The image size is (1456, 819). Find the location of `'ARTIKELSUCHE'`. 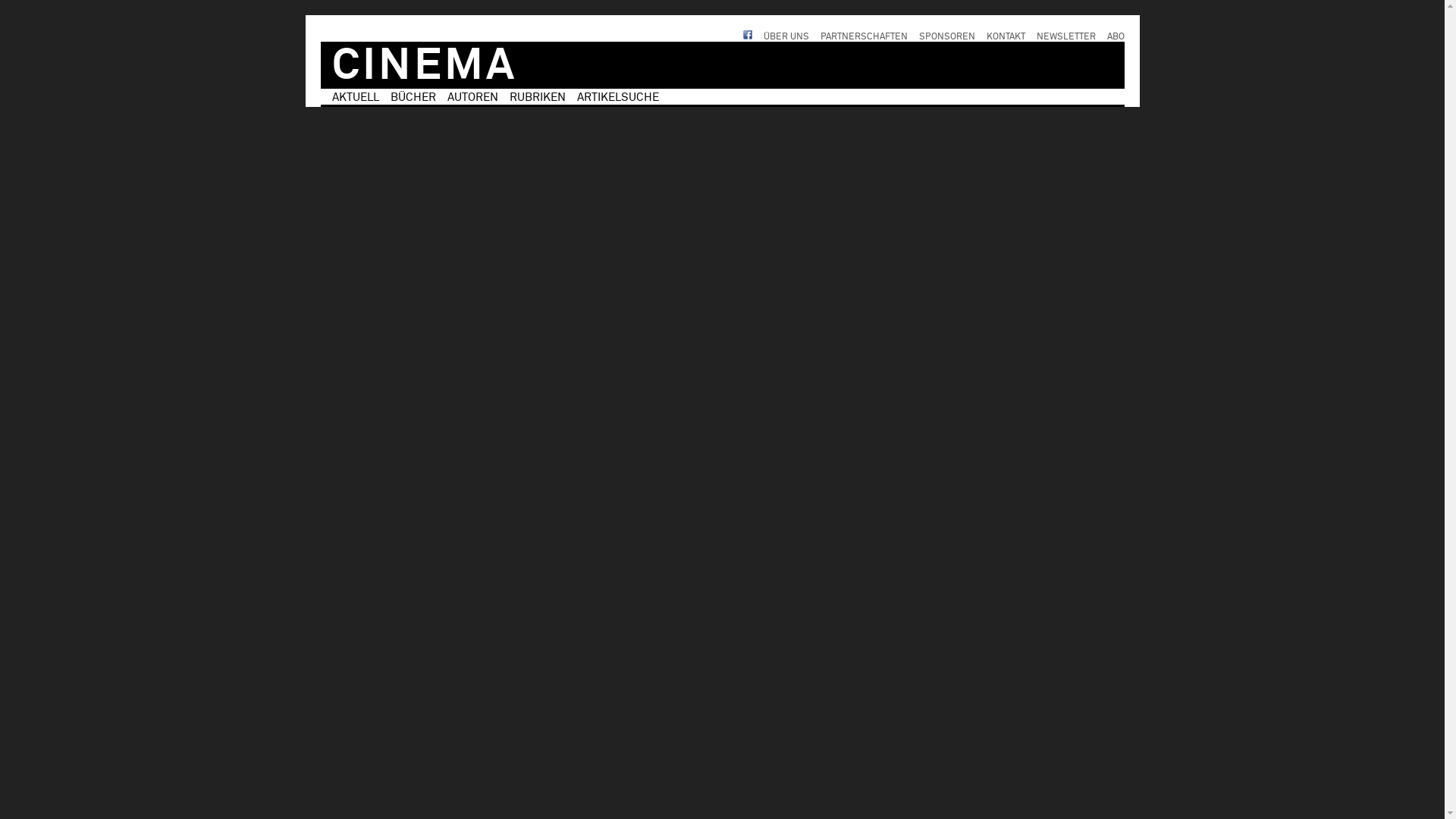

'ARTIKELSUCHE' is located at coordinates (617, 97).